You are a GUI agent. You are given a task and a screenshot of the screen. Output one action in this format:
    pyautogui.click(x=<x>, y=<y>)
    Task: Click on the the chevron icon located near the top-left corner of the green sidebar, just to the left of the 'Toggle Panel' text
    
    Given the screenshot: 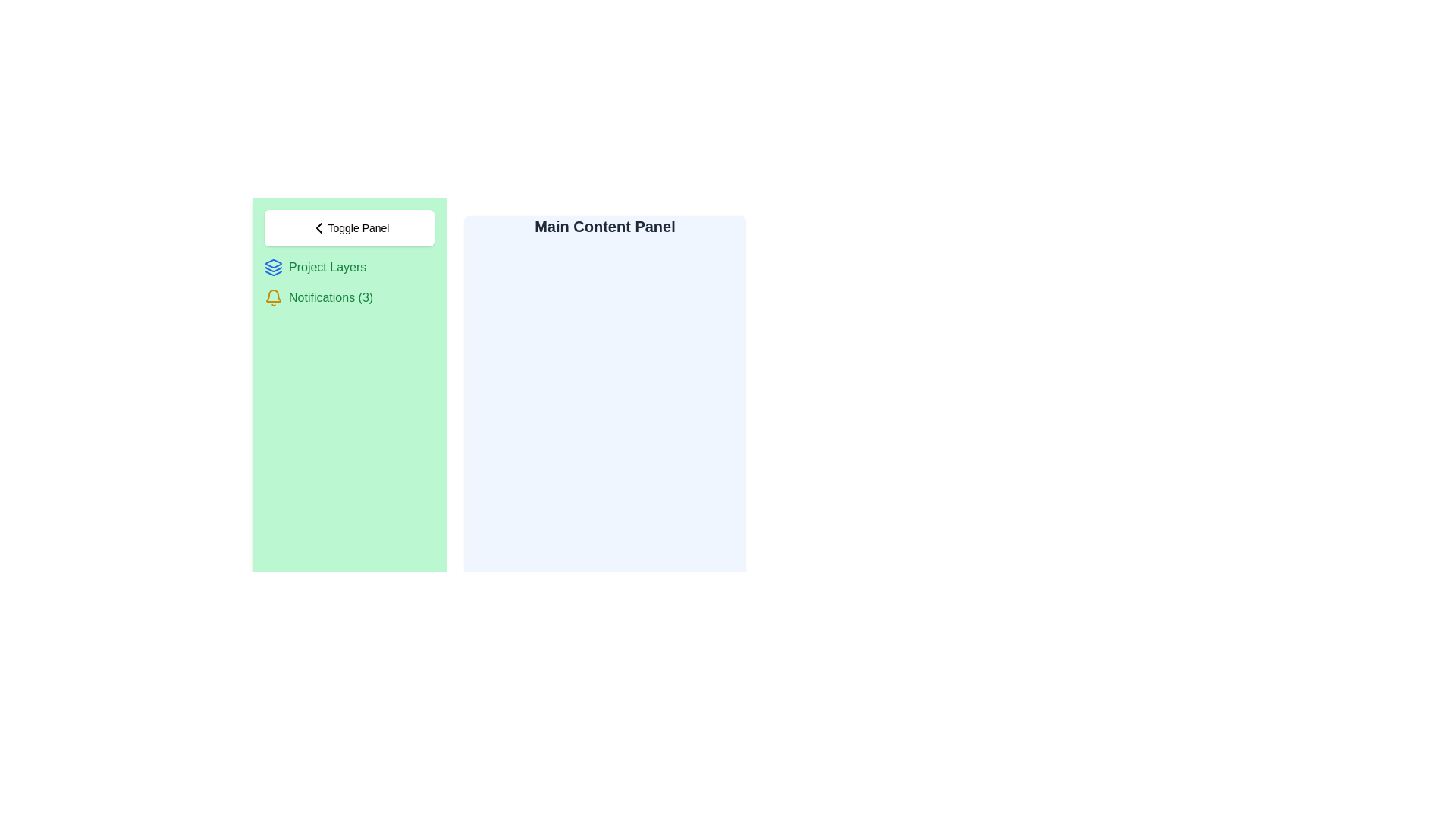 What is the action you would take?
    pyautogui.click(x=318, y=227)
    